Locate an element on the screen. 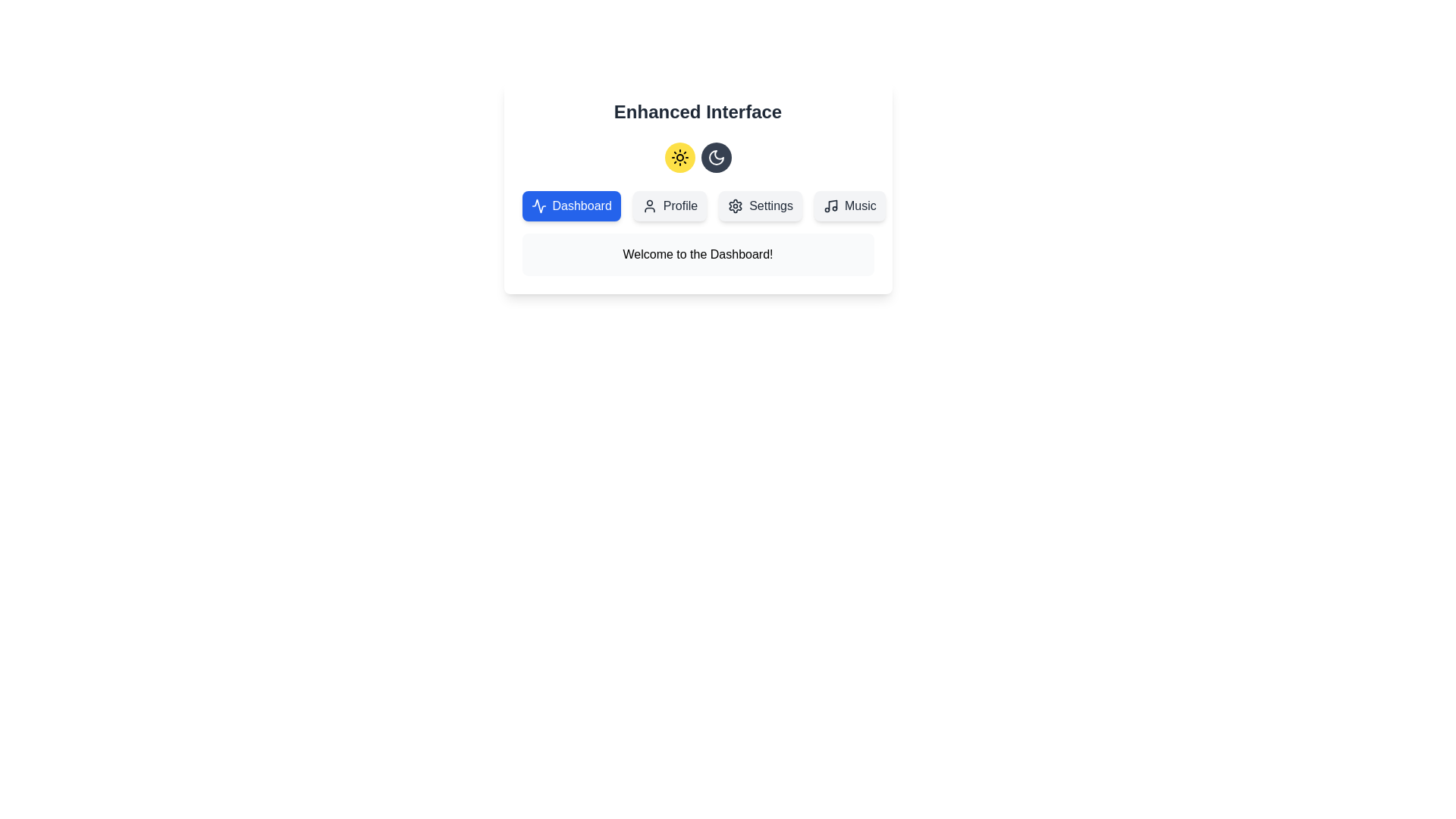  the music note icon located to the left of the 'Music' text in the Music button at the far-right of the button row is located at coordinates (830, 206).